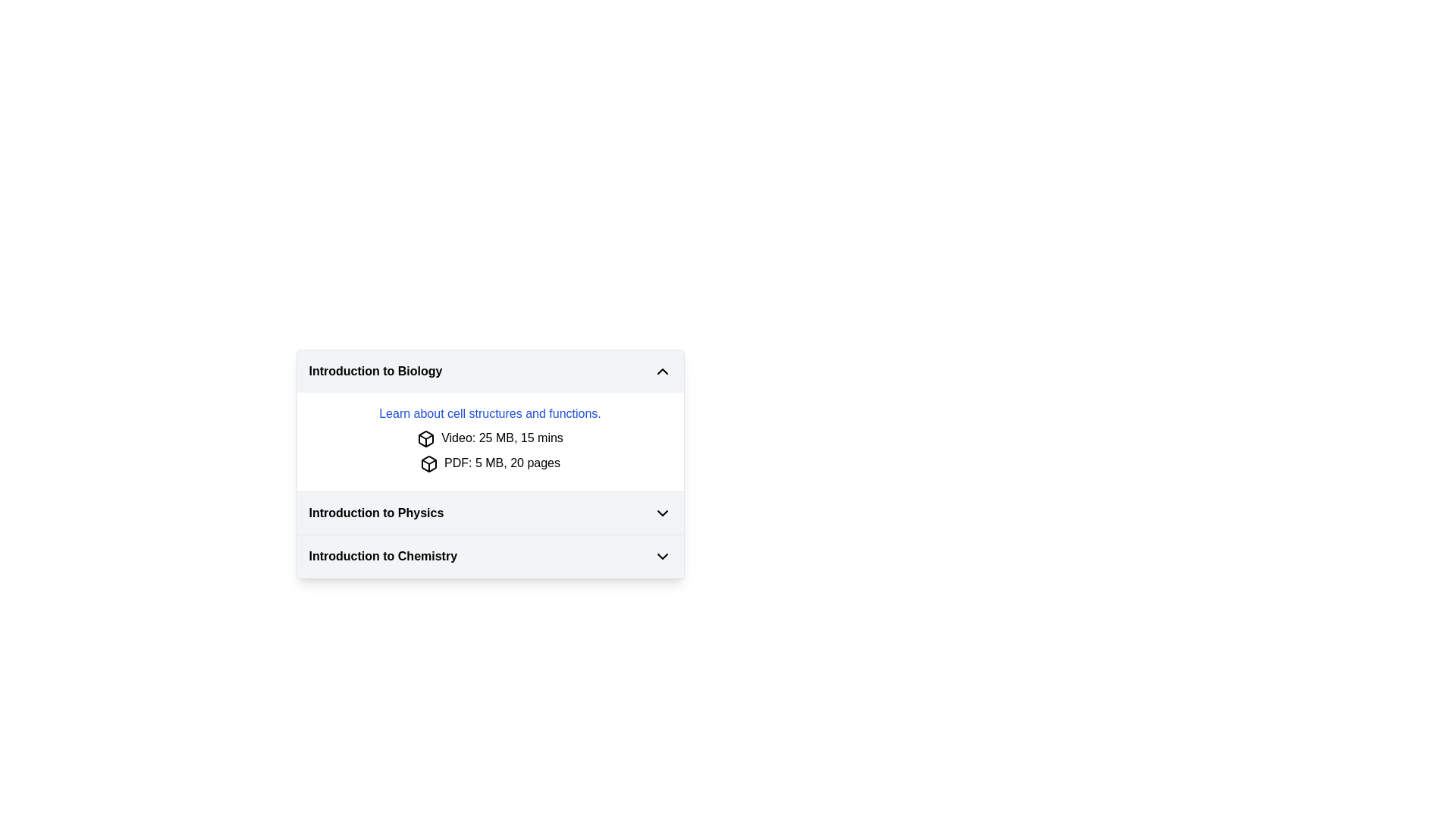 This screenshot has width=1456, height=819. Describe the element at coordinates (662, 556) in the screenshot. I see `the downward-pointing chevron icon button on the right side of the 'Introduction to Chemistry' row` at that location.